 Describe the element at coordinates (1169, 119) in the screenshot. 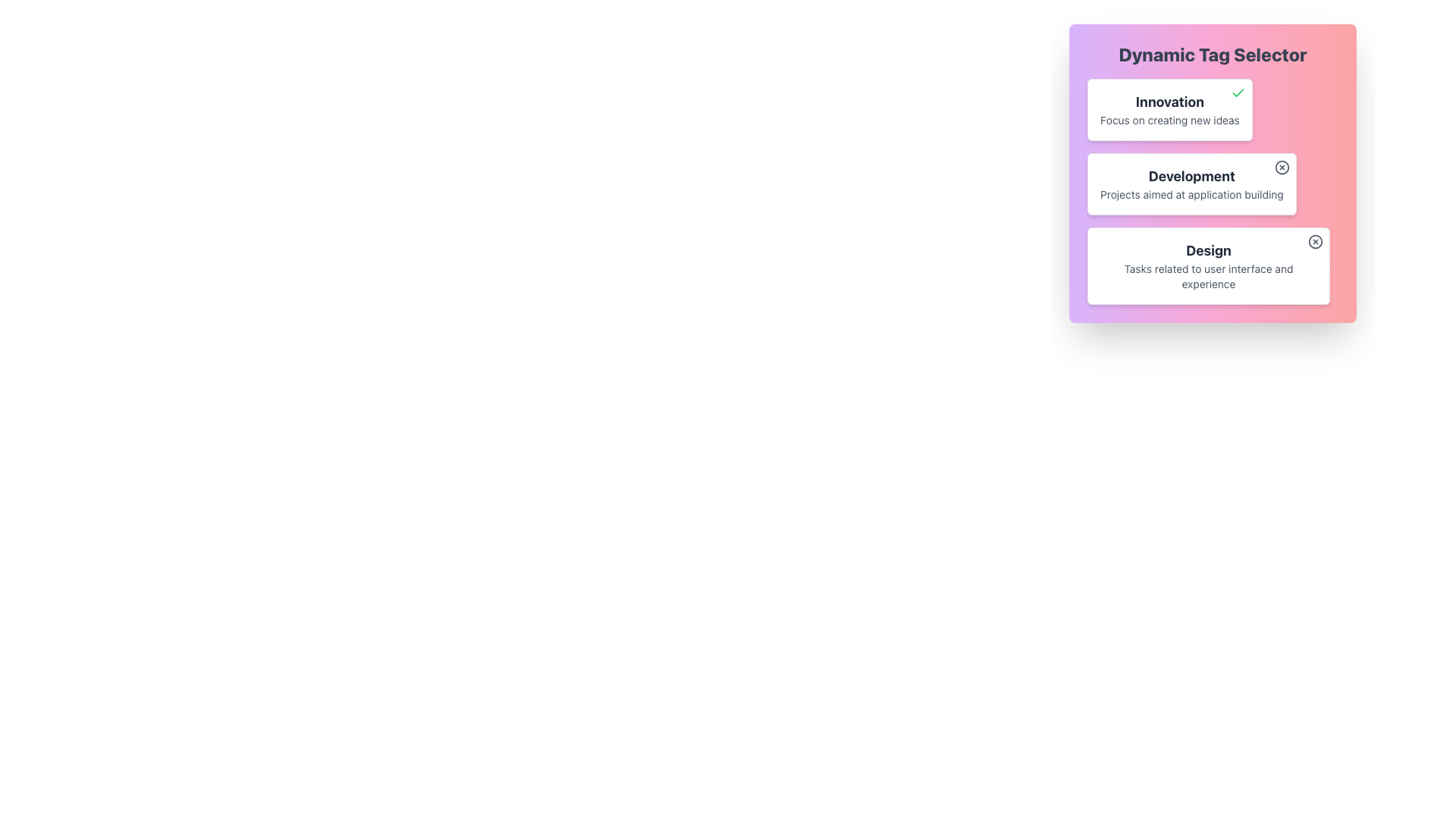

I see `informative text label located directly below the title 'Innovation' in the card interface` at that location.